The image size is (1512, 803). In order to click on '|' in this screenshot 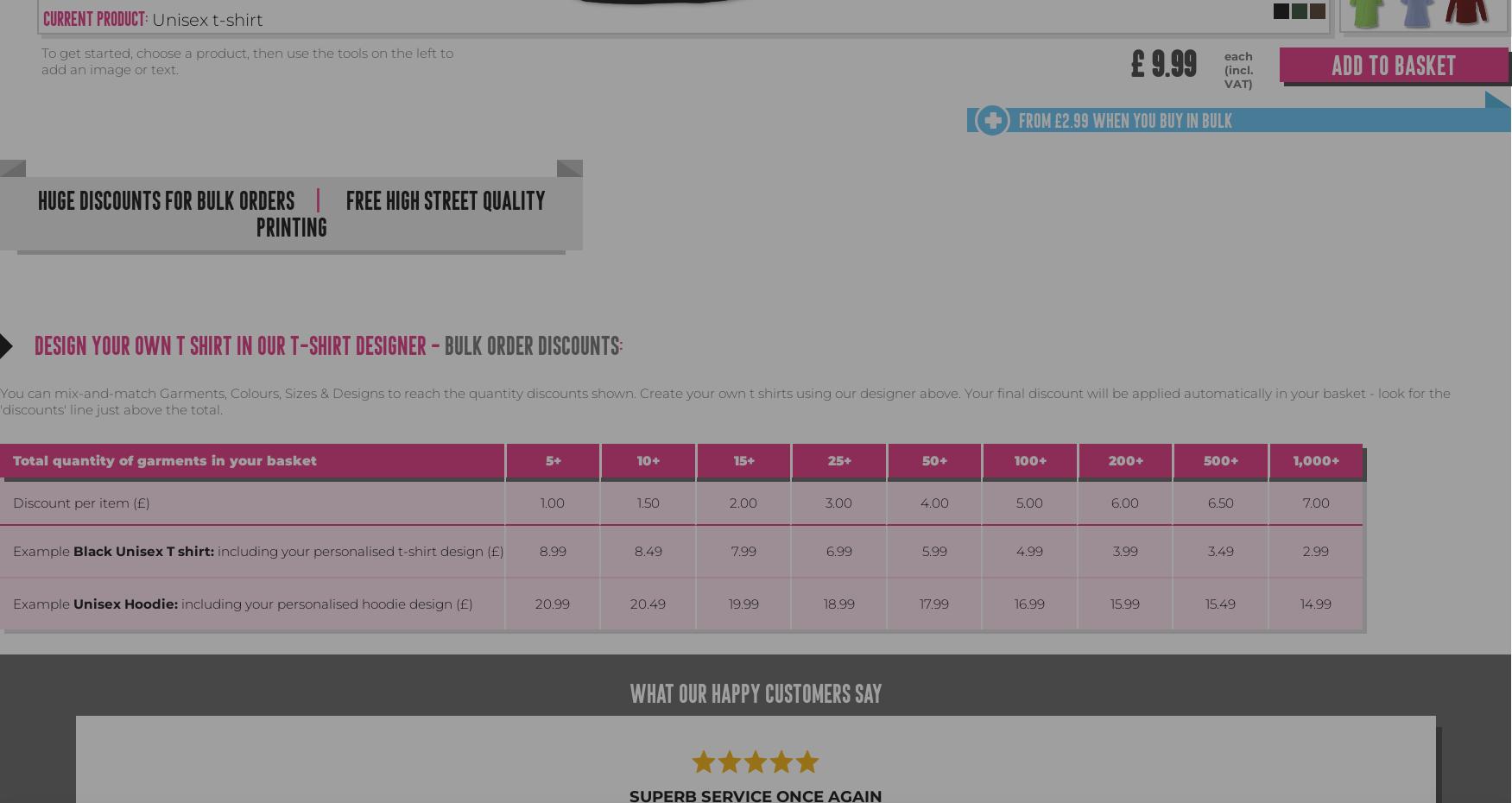, I will do `click(316, 199)`.